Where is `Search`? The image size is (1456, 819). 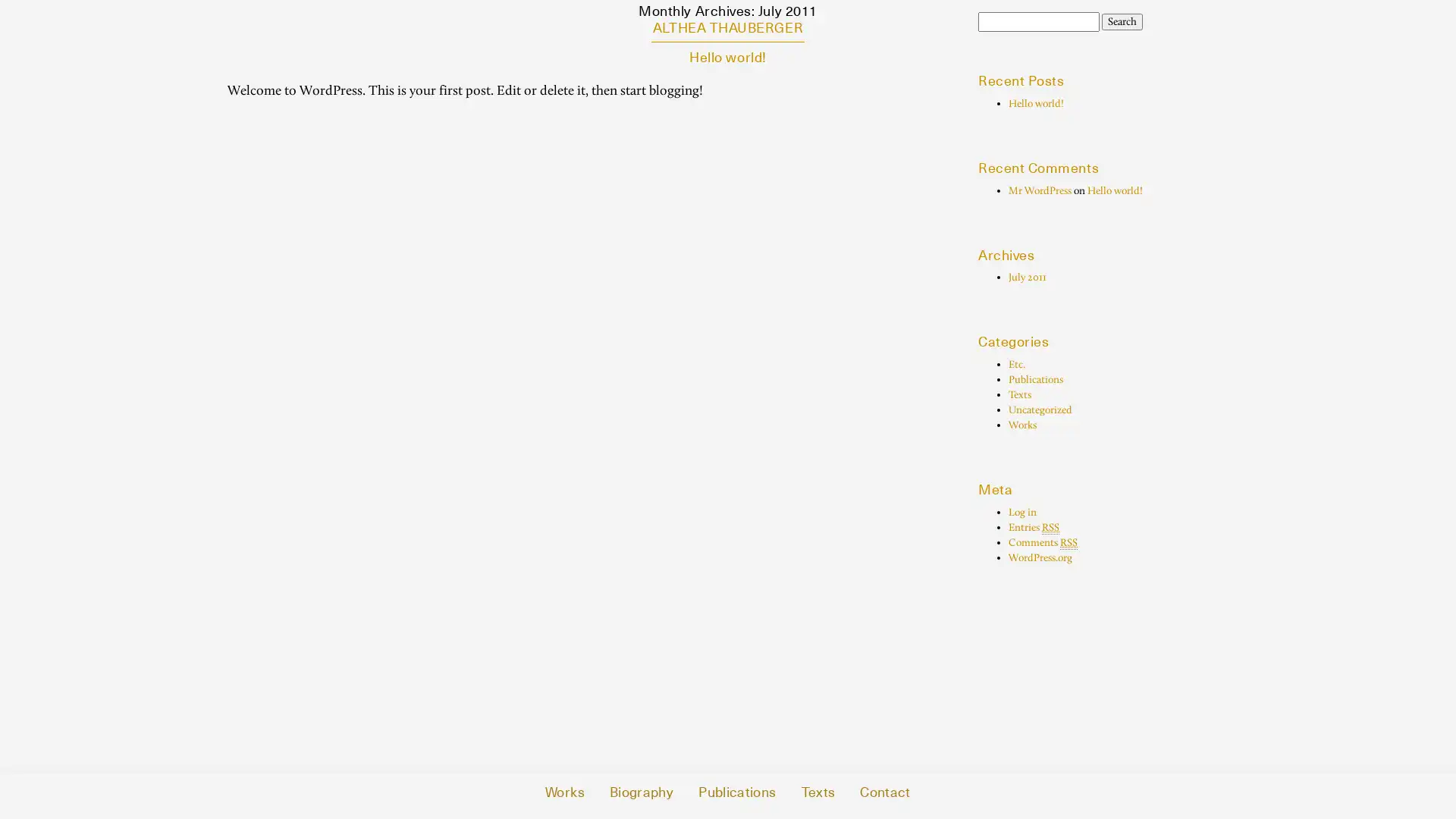
Search is located at coordinates (1122, 22).